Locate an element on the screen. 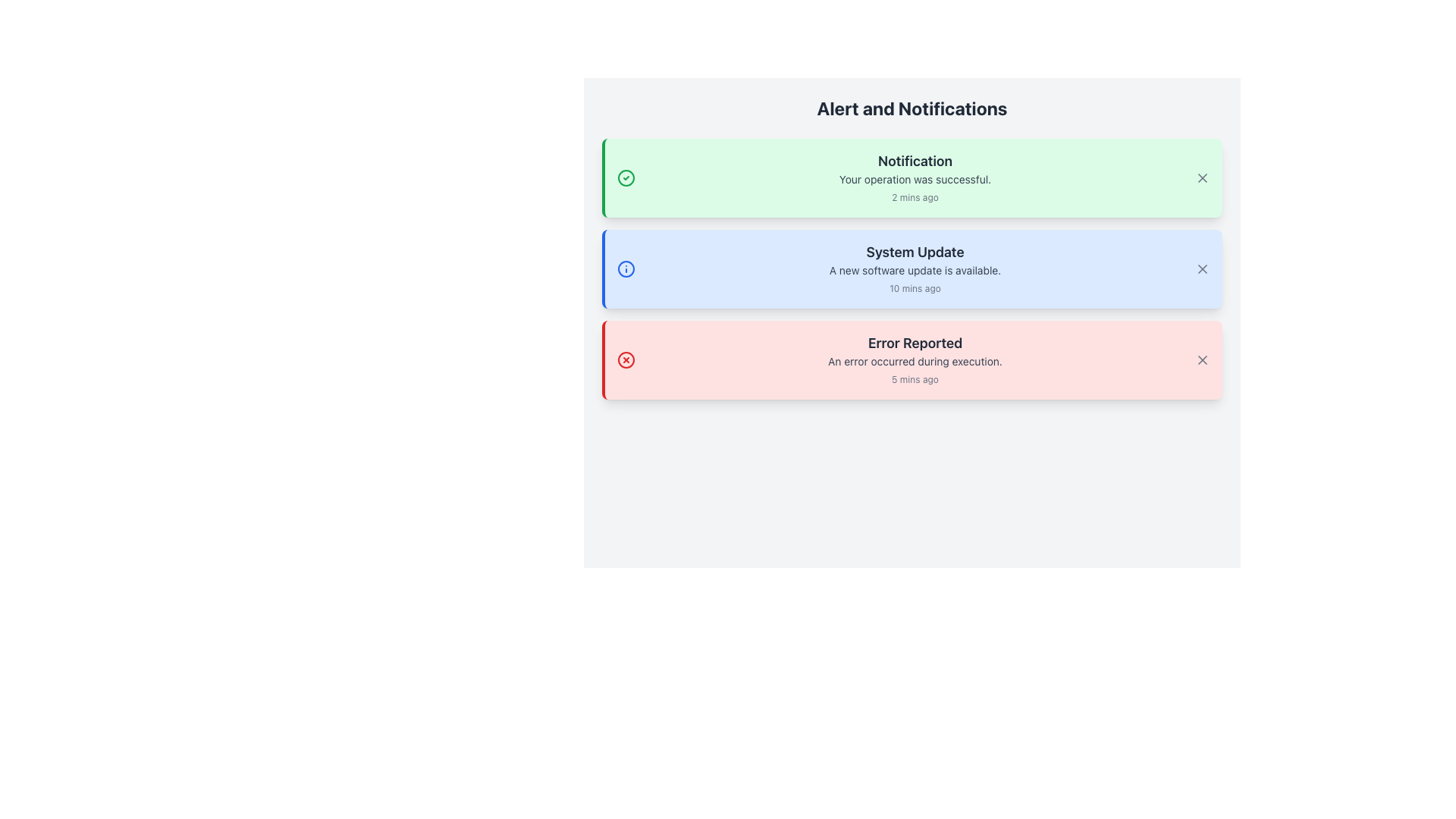  contents of the notification text block that displays 'Notification', 'Your operation was successful.', and '2 mins ago.' is located at coordinates (914, 177).